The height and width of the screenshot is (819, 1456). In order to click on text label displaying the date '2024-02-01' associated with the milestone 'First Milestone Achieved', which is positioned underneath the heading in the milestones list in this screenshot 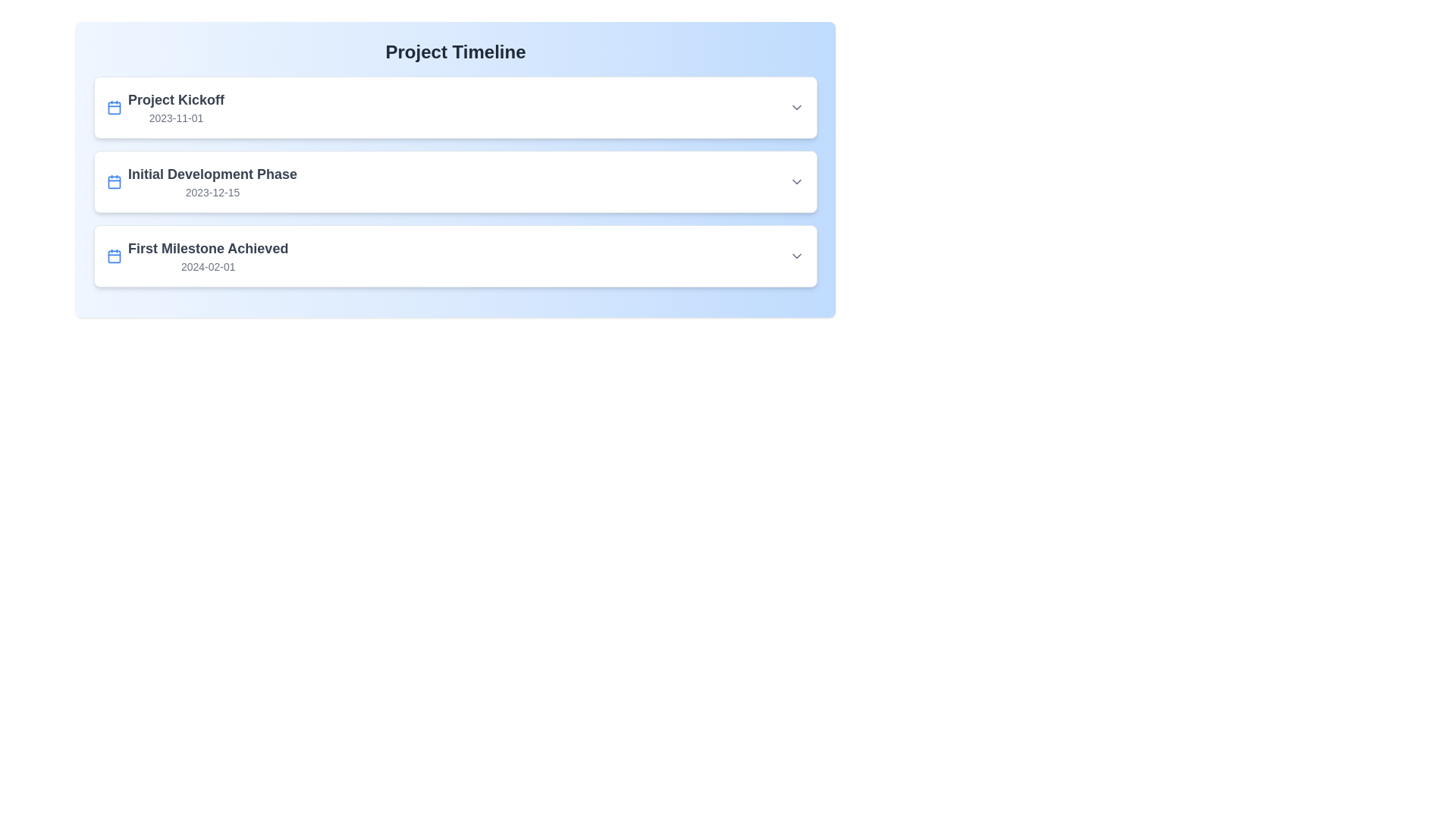, I will do `click(207, 265)`.